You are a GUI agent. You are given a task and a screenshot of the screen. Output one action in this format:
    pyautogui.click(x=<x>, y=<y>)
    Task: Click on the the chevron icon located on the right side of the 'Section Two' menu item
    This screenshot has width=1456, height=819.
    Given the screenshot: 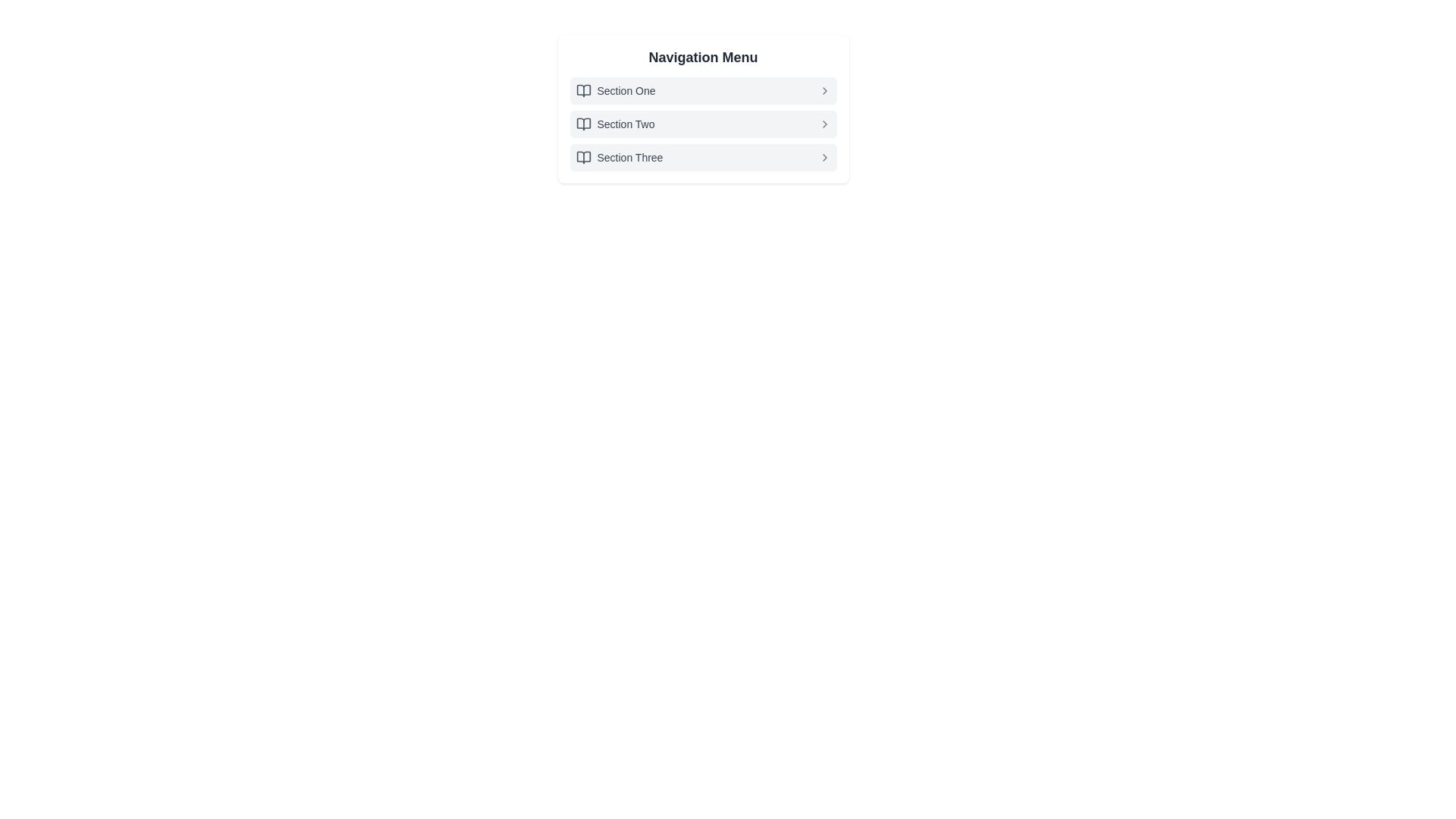 What is the action you would take?
    pyautogui.click(x=824, y=124)
    